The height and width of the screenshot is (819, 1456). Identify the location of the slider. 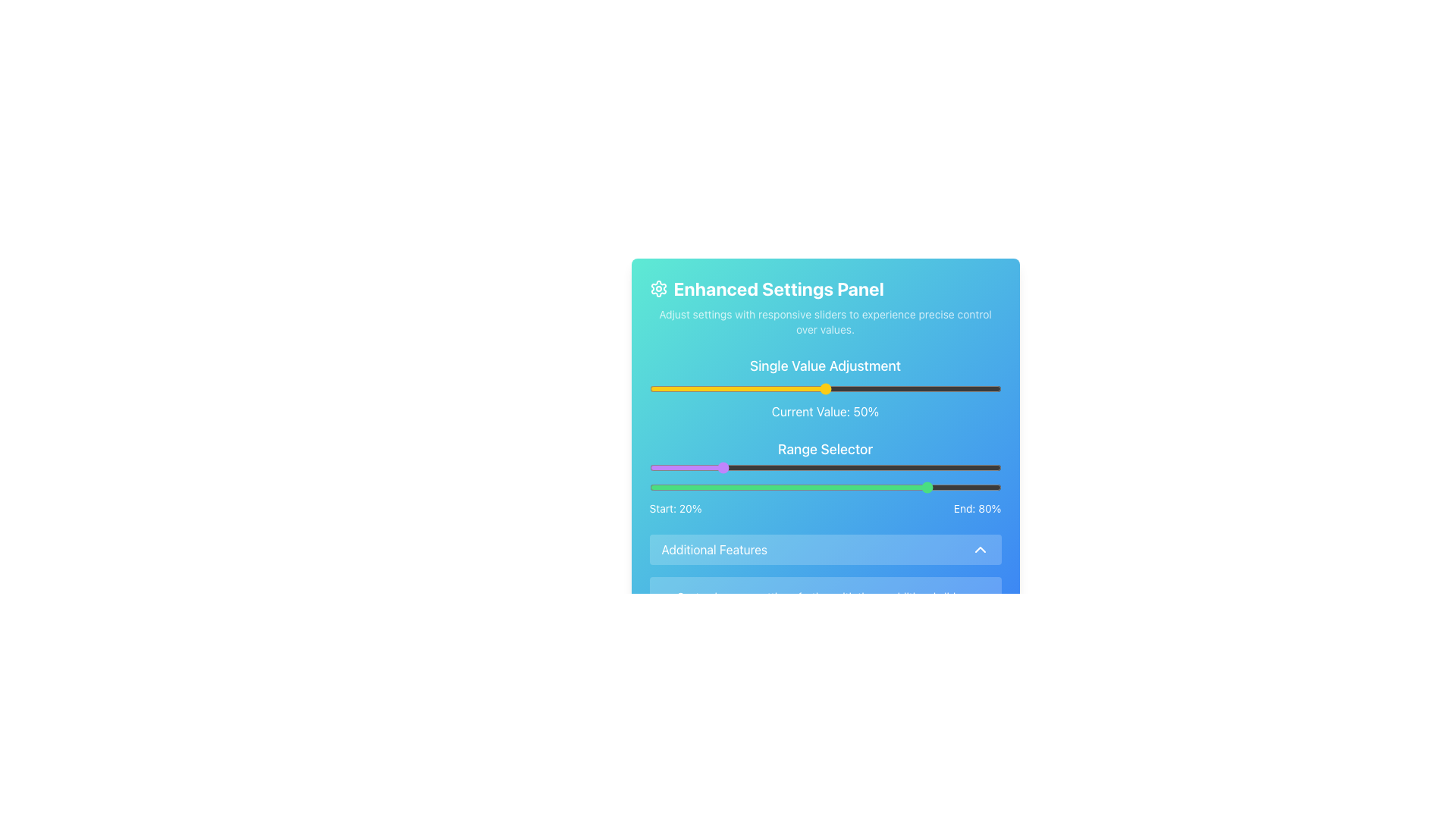
(691, 388).